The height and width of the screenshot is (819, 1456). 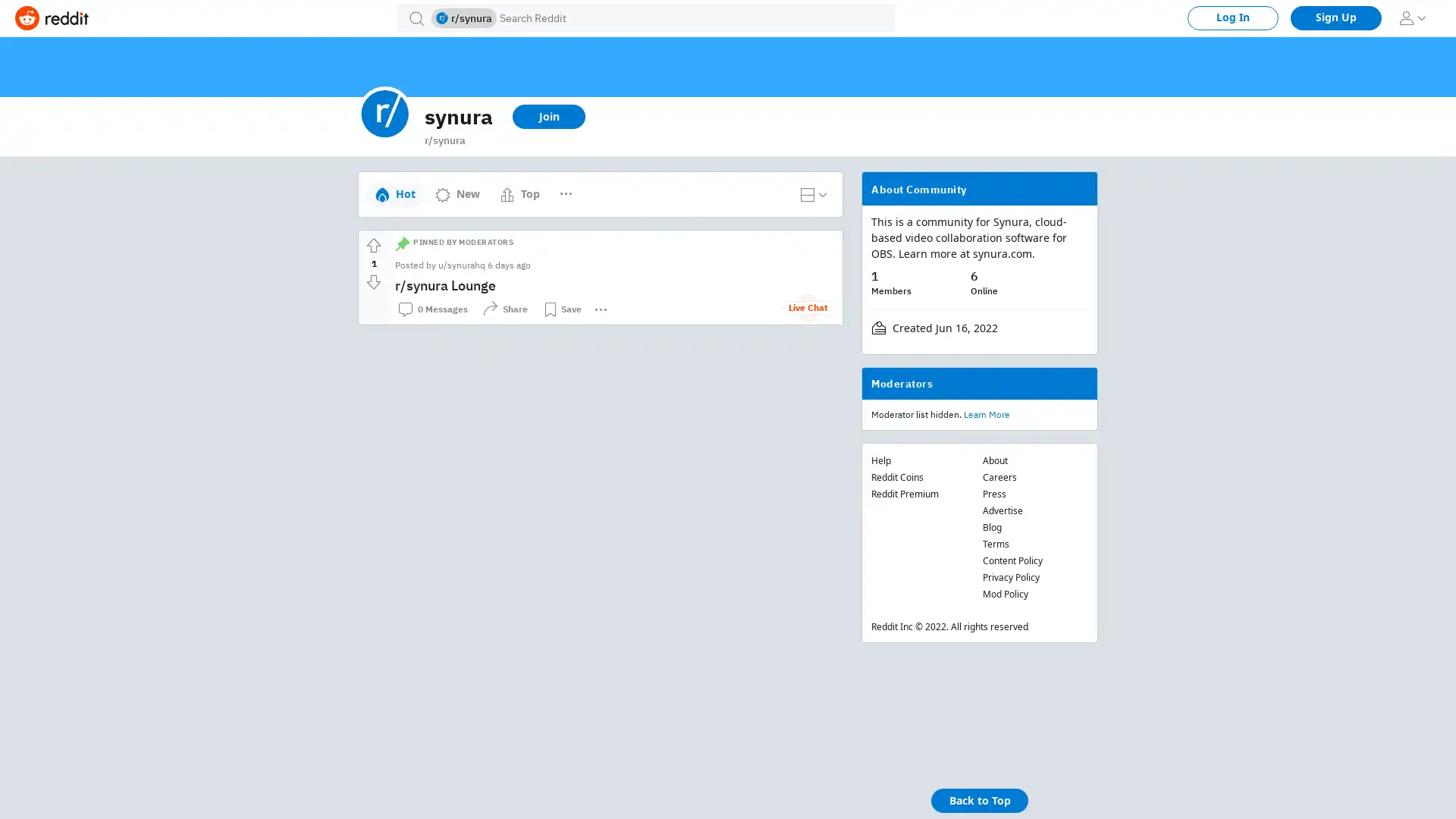 I want to click on Sign Up, so click(x=1335, y=17).